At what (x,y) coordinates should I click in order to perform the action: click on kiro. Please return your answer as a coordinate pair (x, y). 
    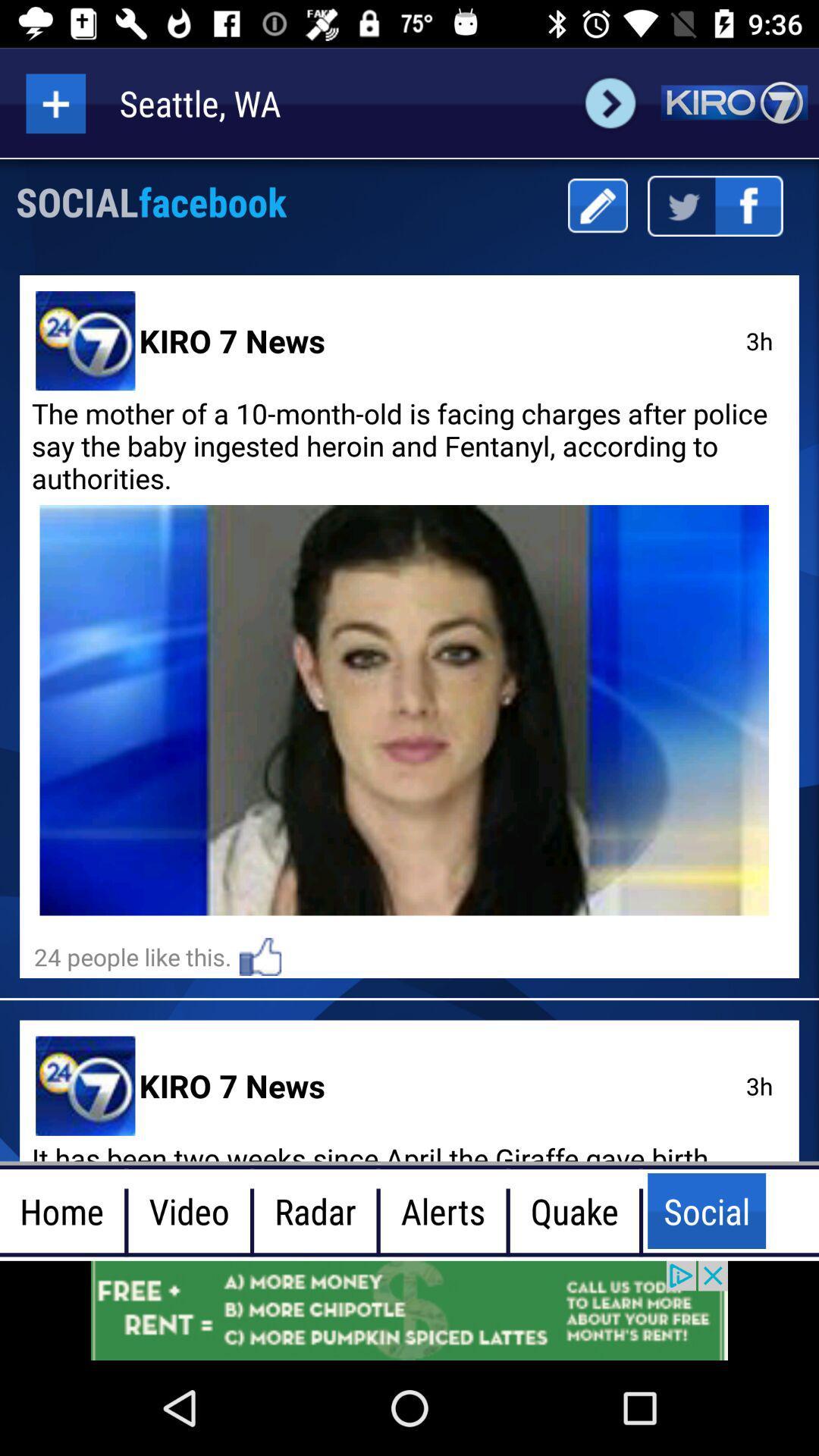
    Looking at the image, I should click on (733, 102).